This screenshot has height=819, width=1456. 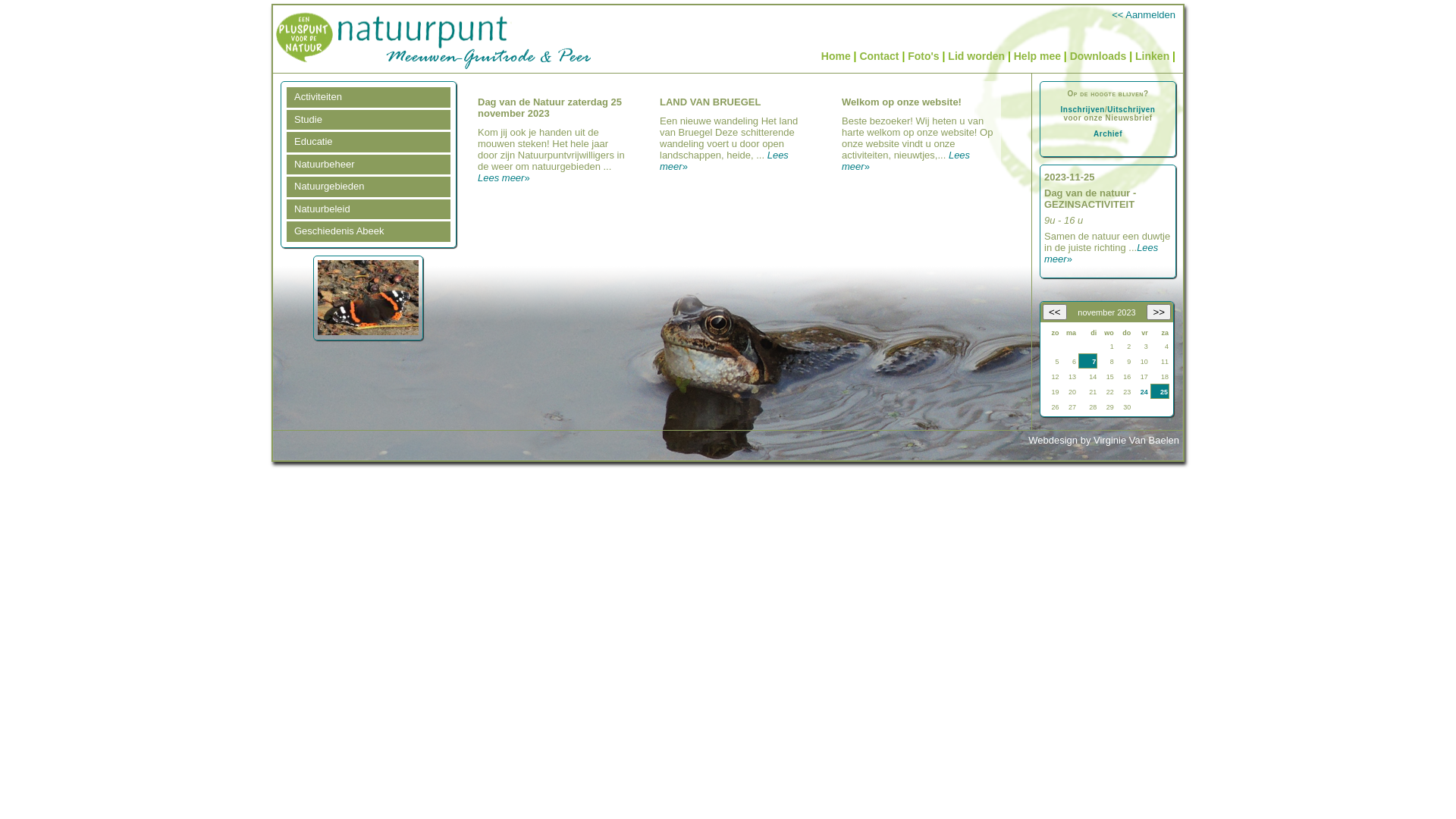 What do you see at coordinates (368, 165) in the screenshot?
I see `'Natuurbeheer'` at bounding box center [368, 165].